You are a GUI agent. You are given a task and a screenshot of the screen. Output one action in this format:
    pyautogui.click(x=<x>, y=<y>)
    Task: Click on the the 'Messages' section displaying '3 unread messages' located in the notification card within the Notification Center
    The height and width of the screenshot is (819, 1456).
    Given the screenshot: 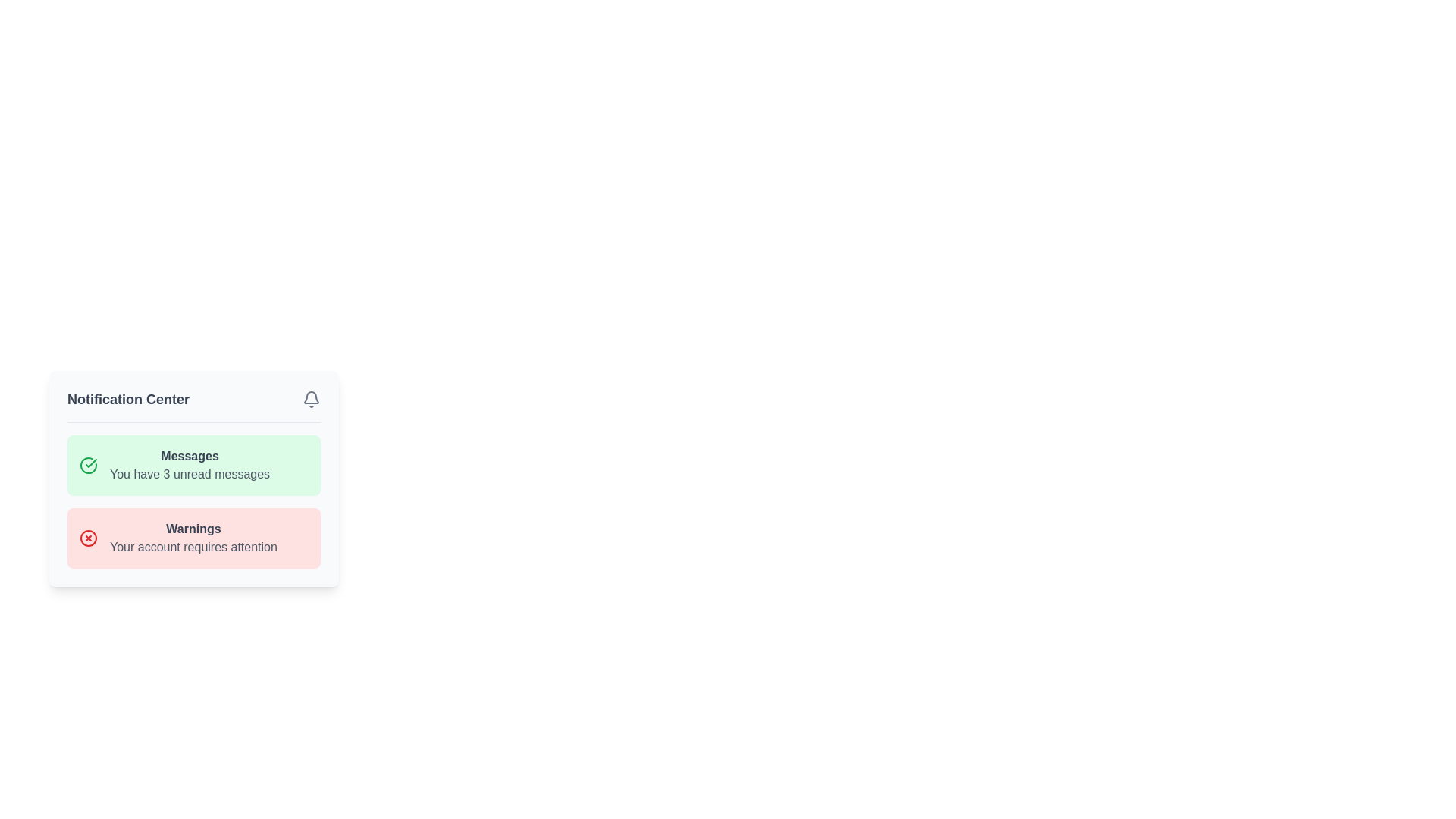 What is the action you would take?
    pyautogui.click(x=189, y=464)
    